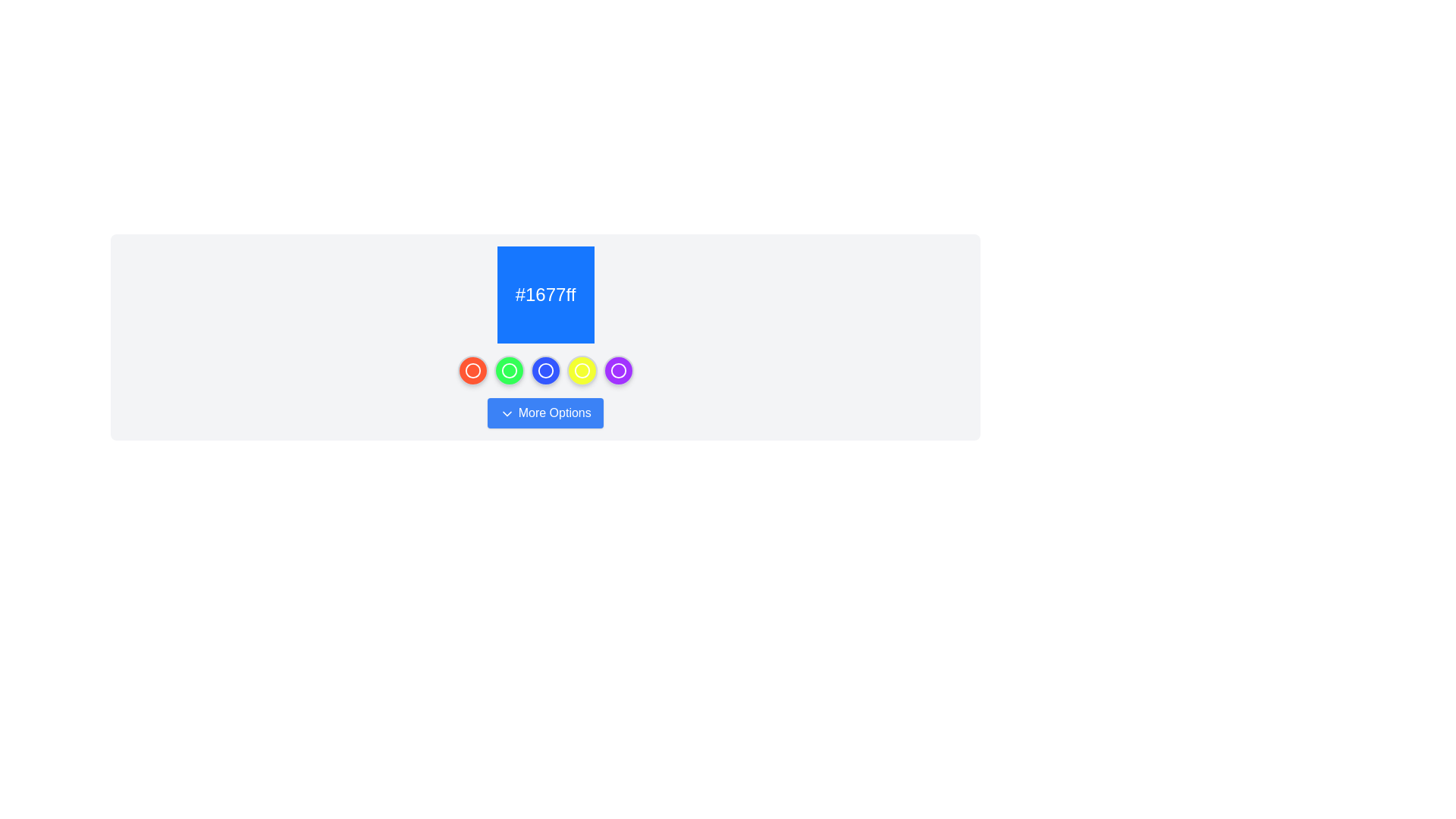  I want to click on the first circular button from the left, which is orange and has a target-like icon, so click(472, 371).